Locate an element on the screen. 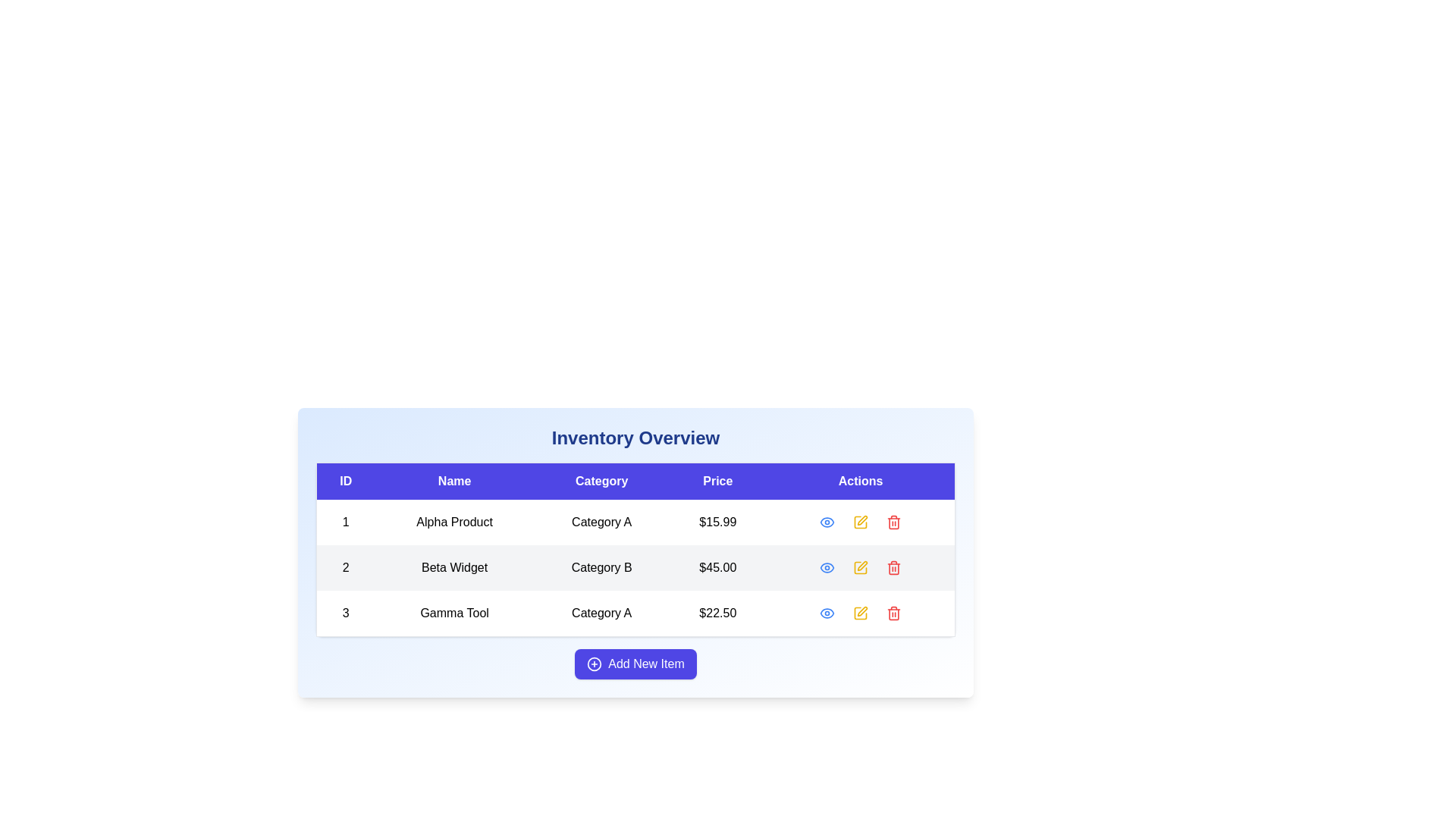 This screenshot has height=819, width=1456. the button group containing the blue eye icon, yellow pen icon, and red trash bin icon in the 'Actions' column of the 'Inventory Overview' table for the item 'Beta Widget' priced at $45.00 to interact with it is located at coordinates (861, 567).